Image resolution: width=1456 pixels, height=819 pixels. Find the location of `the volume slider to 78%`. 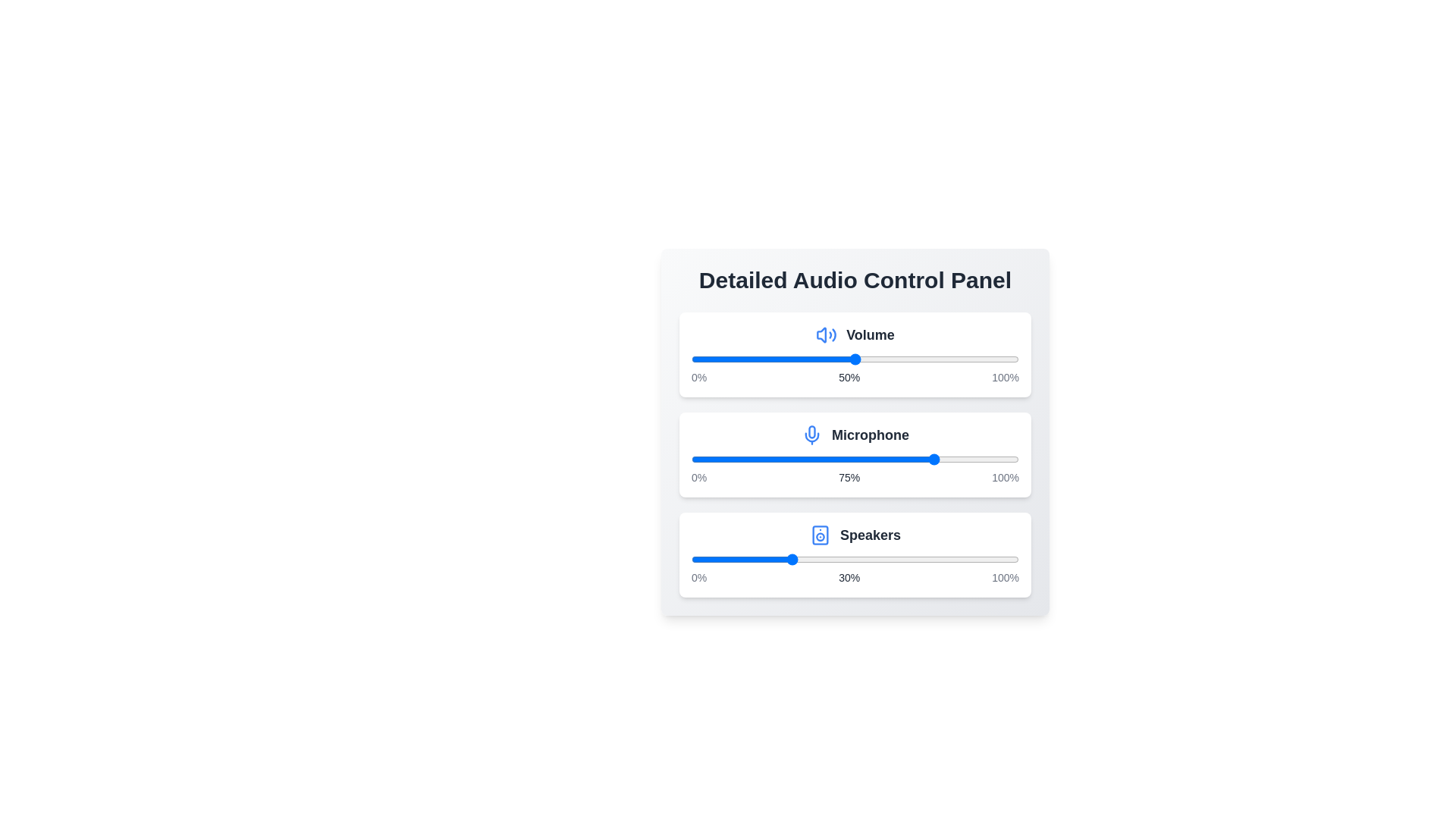

the volume slider to 78% is located at coordinates (946, 359).